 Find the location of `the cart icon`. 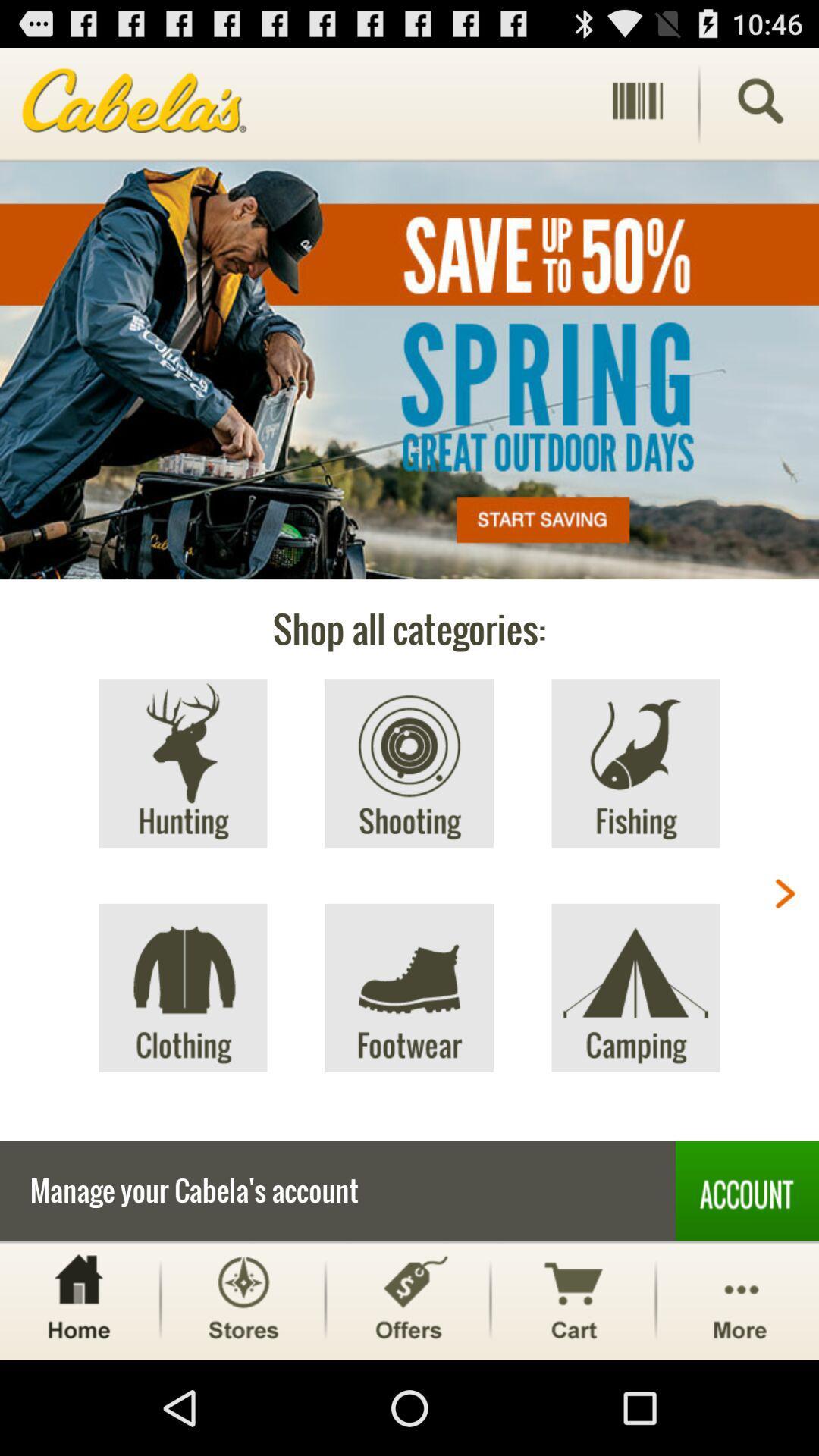

the cart icon is located at coordinates (573, 1392).